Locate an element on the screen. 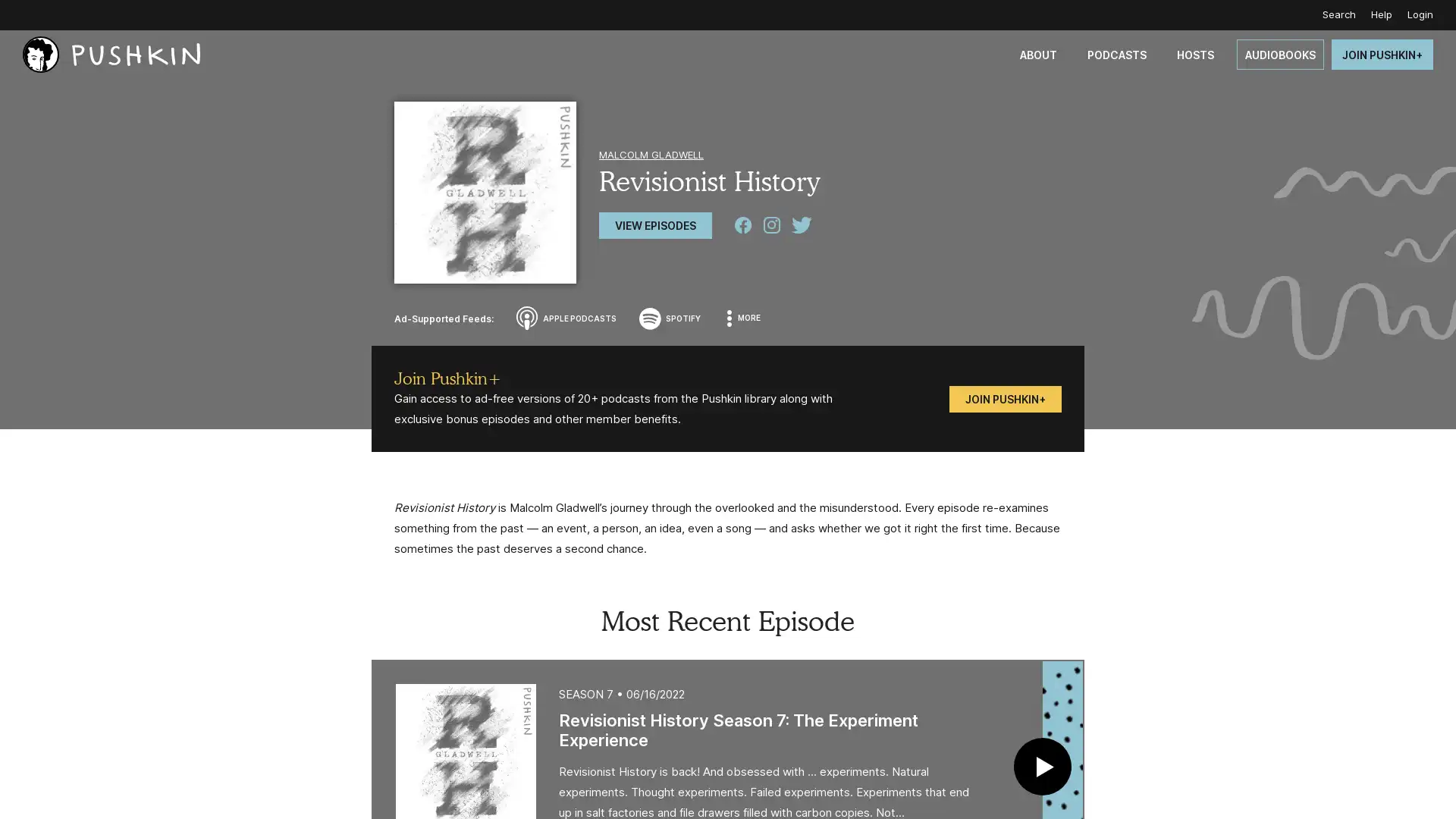 The width and height of the screenshot is (1456, 819). MORE is located at coordinates (745, 318).